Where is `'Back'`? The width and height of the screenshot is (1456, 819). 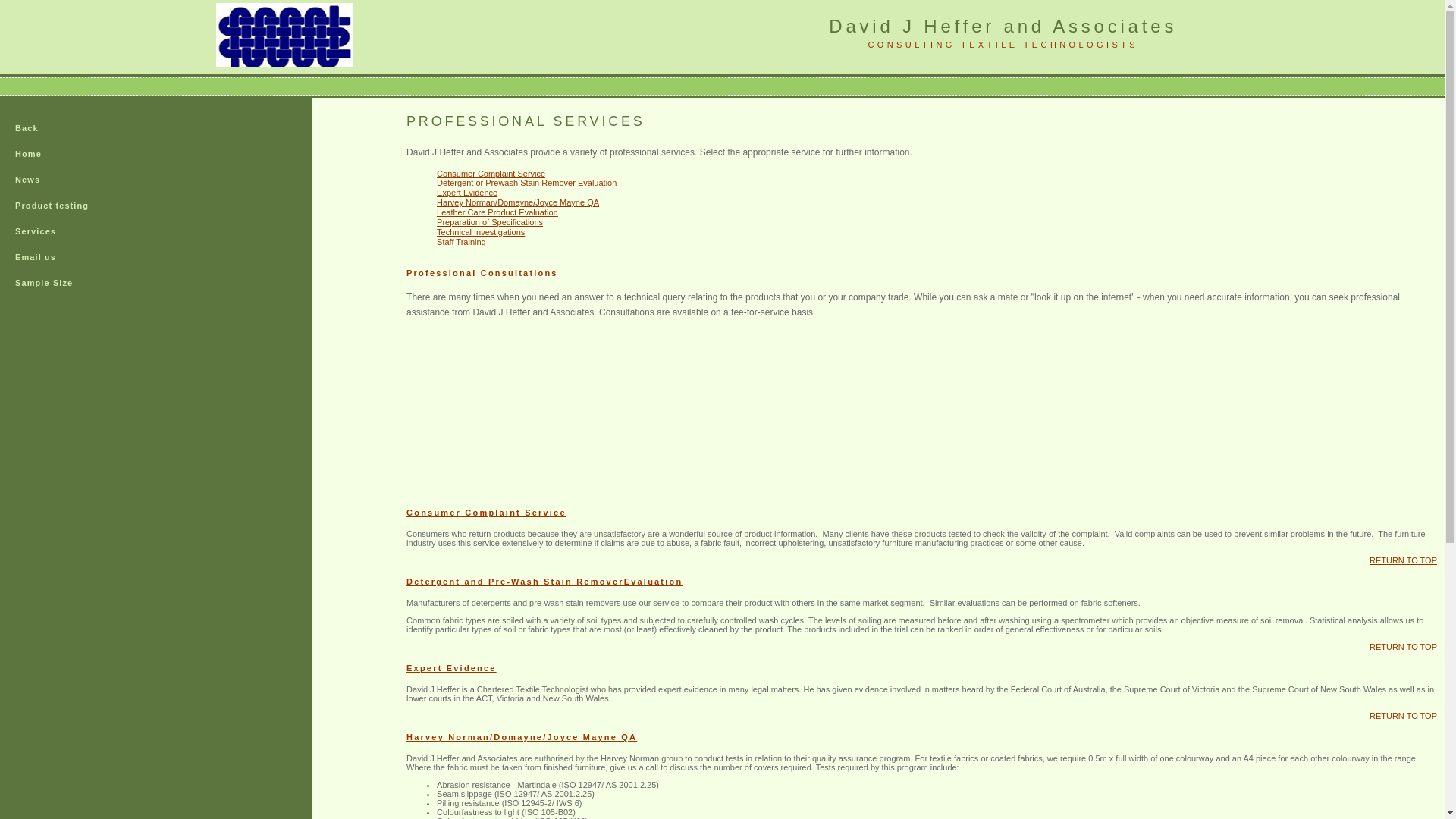 'Back' is located at coordinates (0, 127).